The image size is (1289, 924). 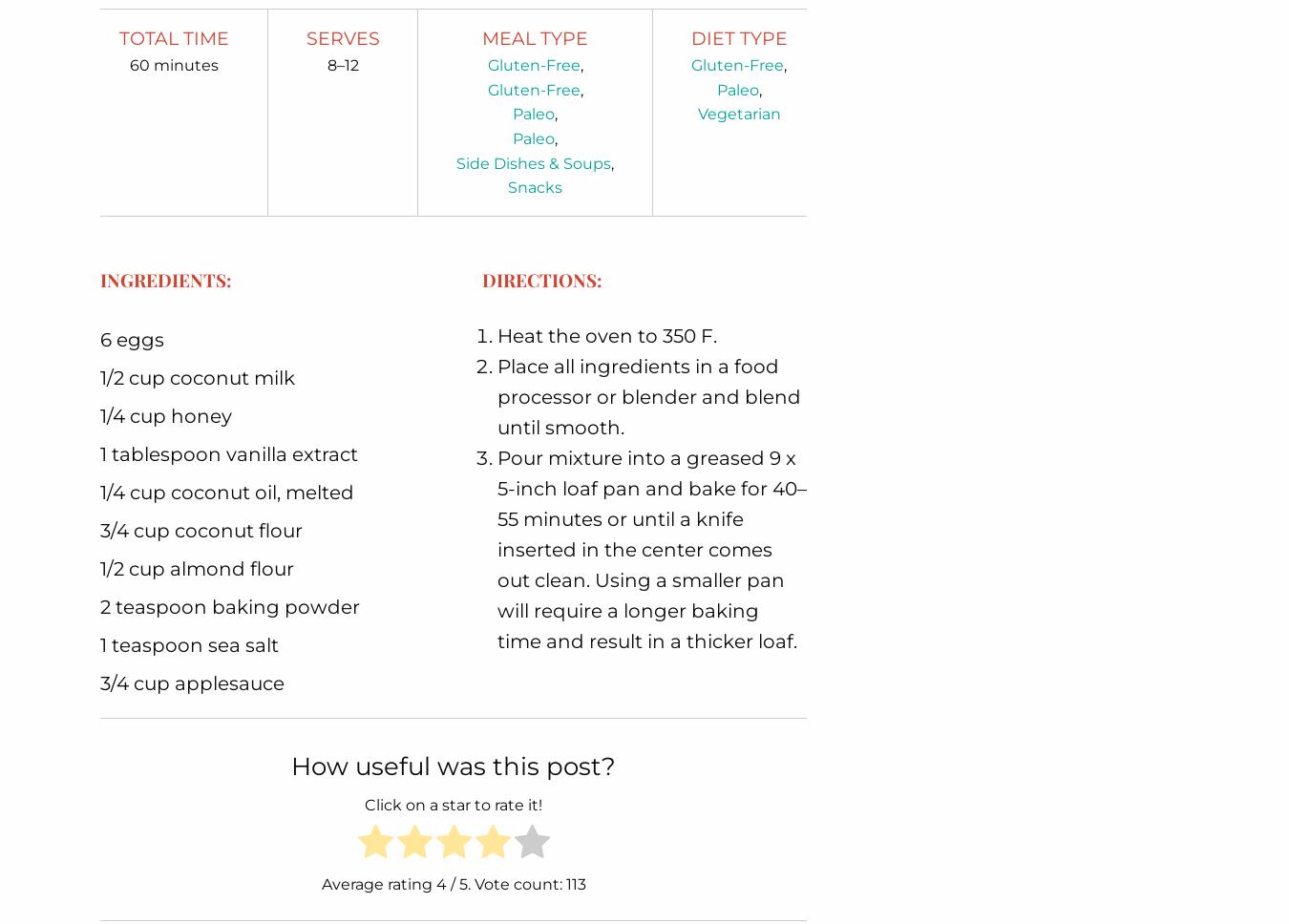 What do you see at coordinates (439, 884) in the screenshot?
I see `'4'` at bounding box center [439, 884].